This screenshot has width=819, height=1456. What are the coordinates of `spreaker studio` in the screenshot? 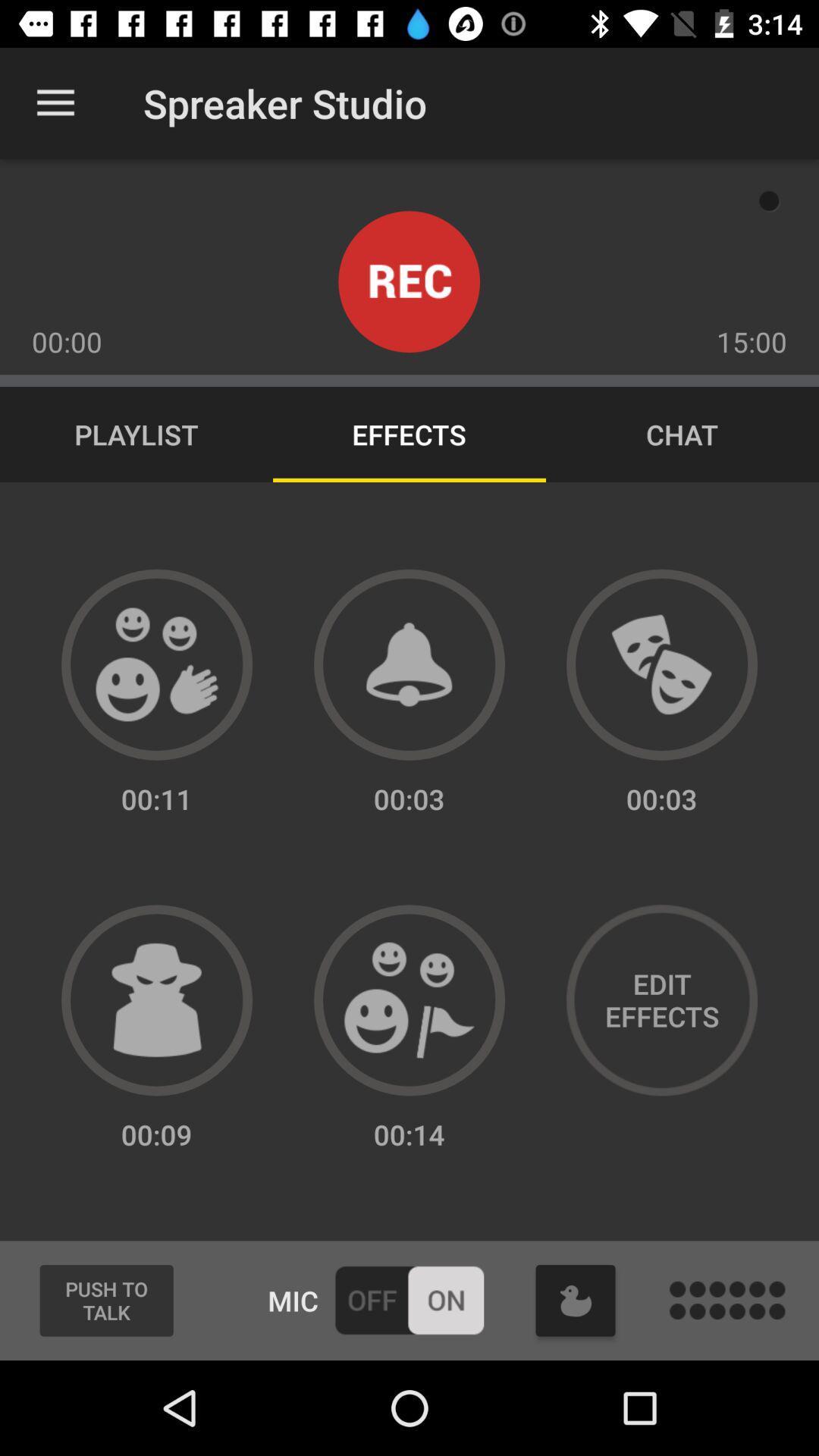 It's located at (409, 1000).